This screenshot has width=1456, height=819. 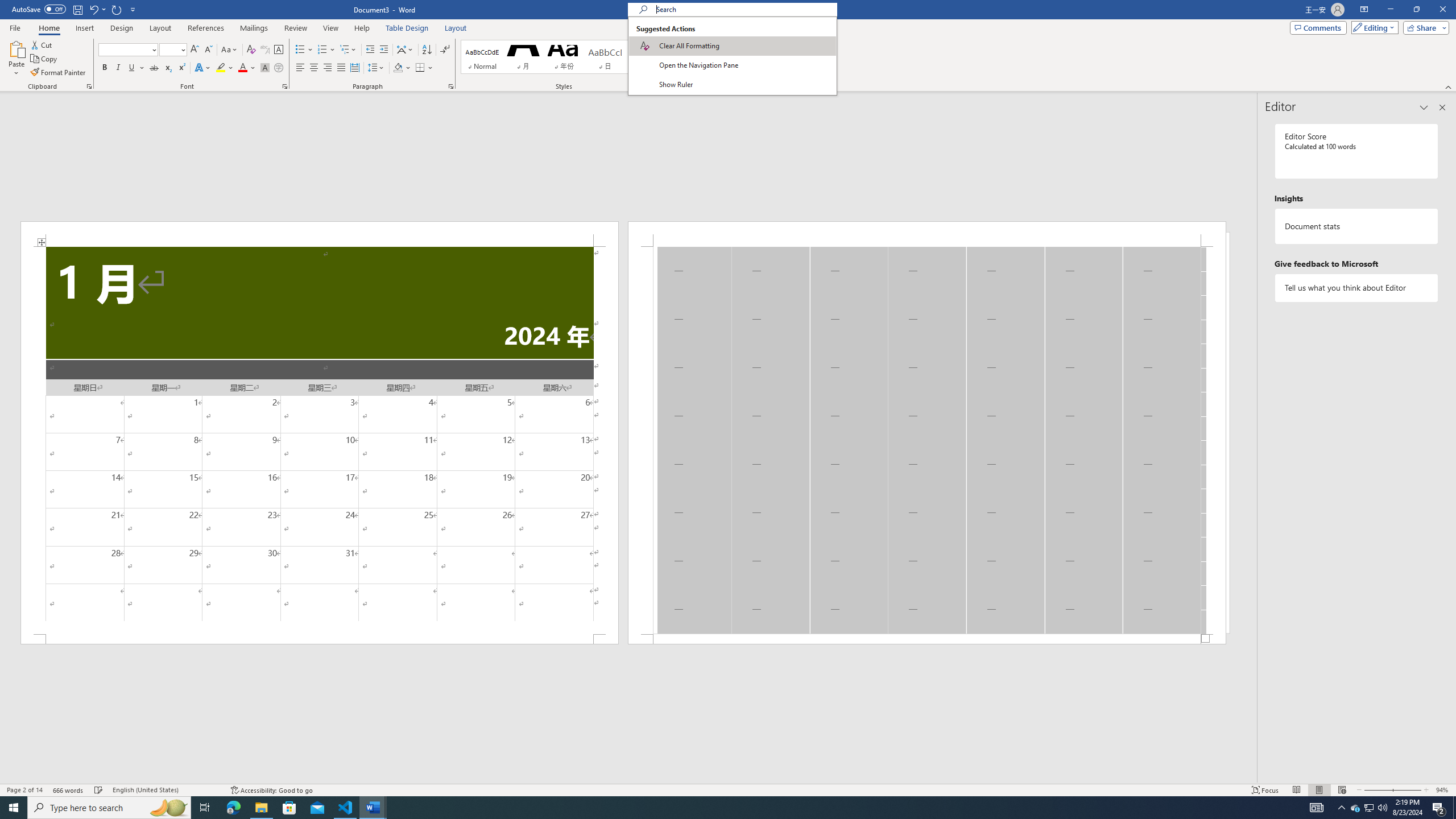 What do you see at coordinates (271, 790) in the screenshot?
I see `'Accessibility Checker Accessibility: Good to go'` at bounding box center [271, 790].